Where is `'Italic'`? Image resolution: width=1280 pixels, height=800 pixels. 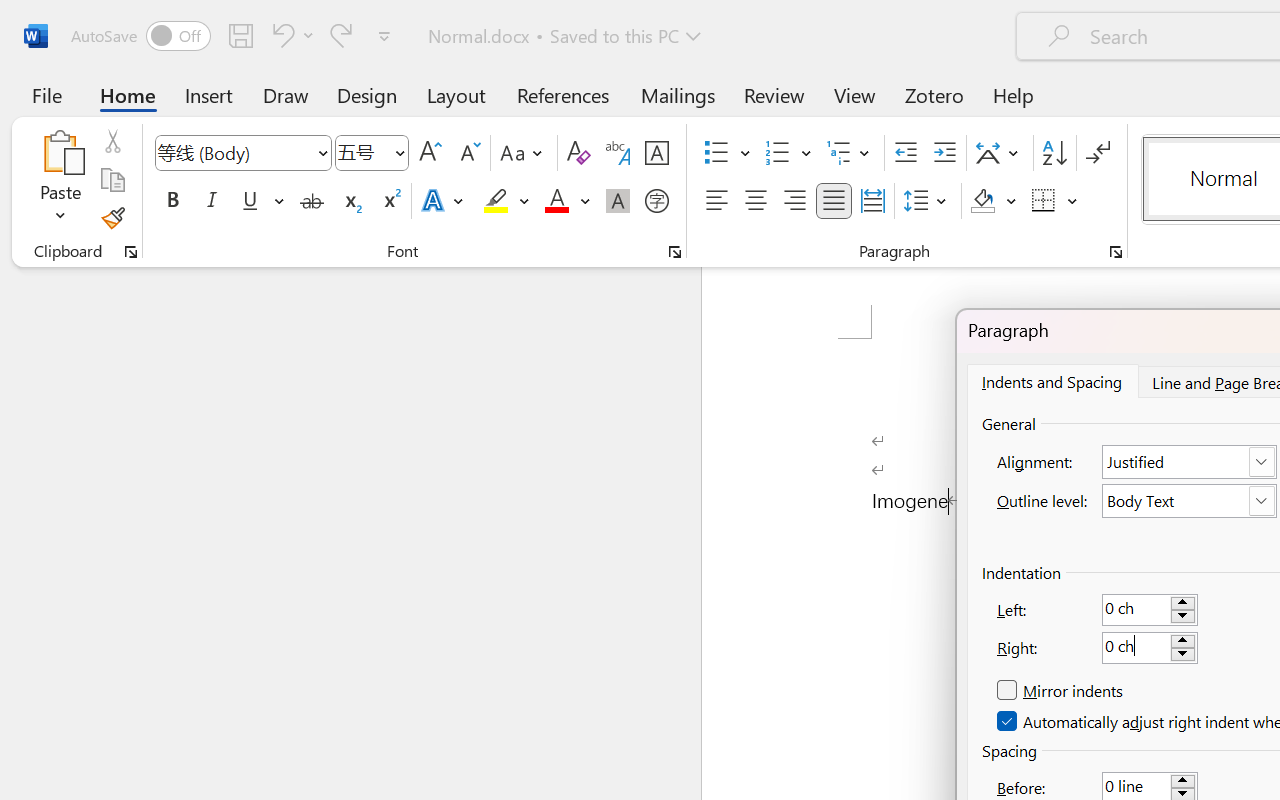
'Italic' is located at coordinates (212, 201).